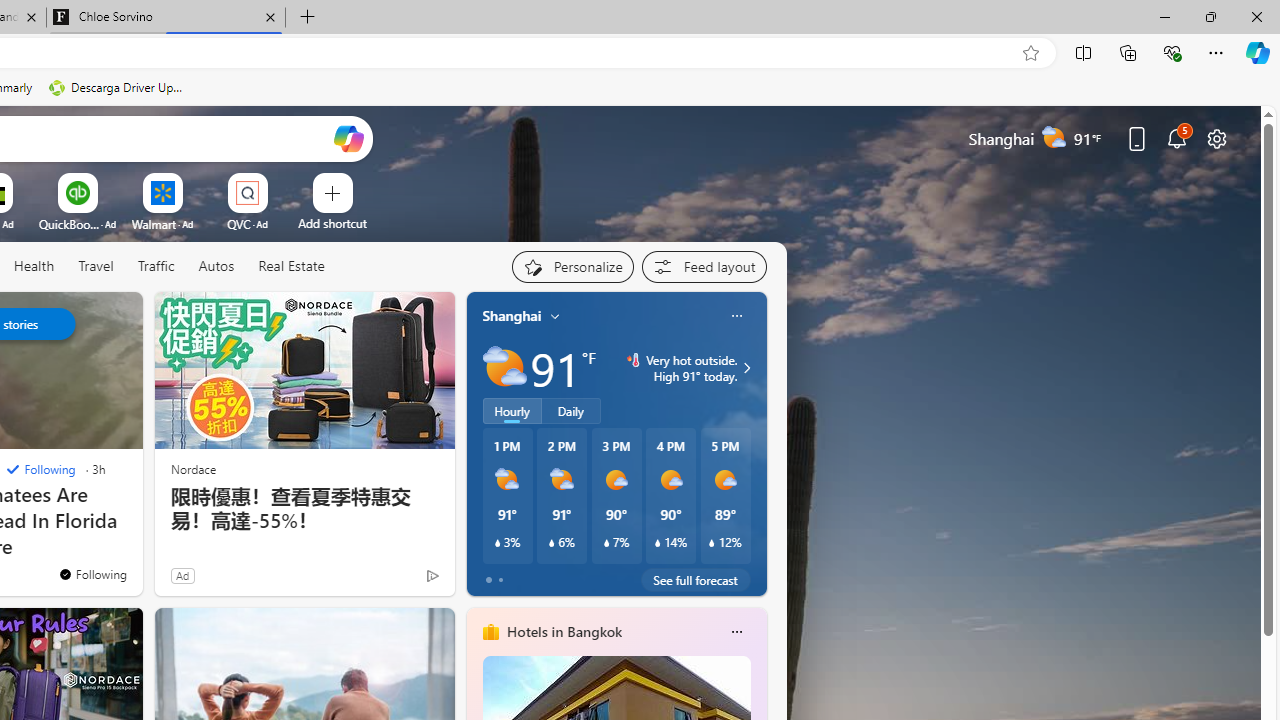 The image size is (1280, 720). I want to click on 'Page settings', so click(1215, 137).